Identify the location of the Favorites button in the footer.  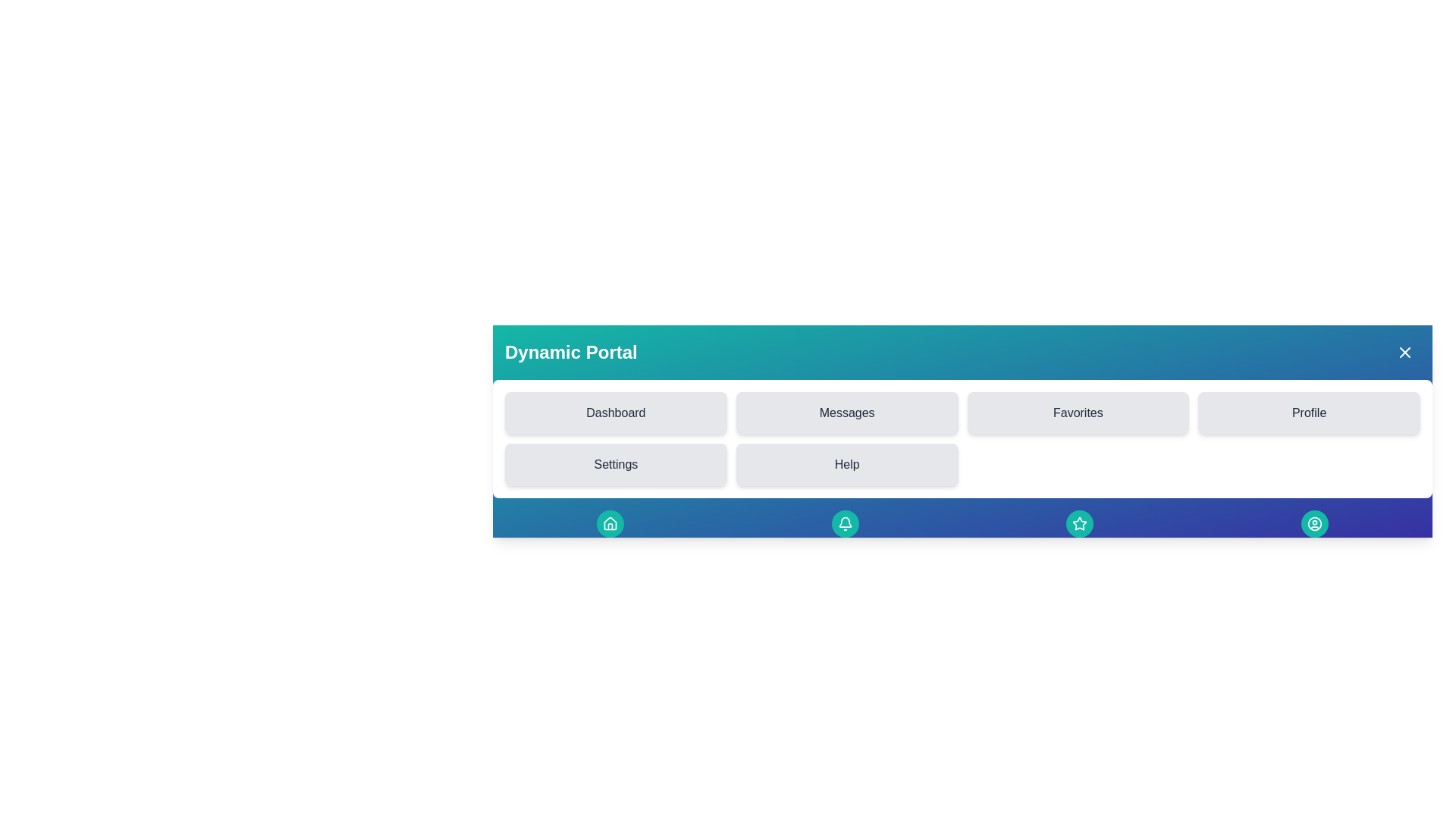
(1079, 522).